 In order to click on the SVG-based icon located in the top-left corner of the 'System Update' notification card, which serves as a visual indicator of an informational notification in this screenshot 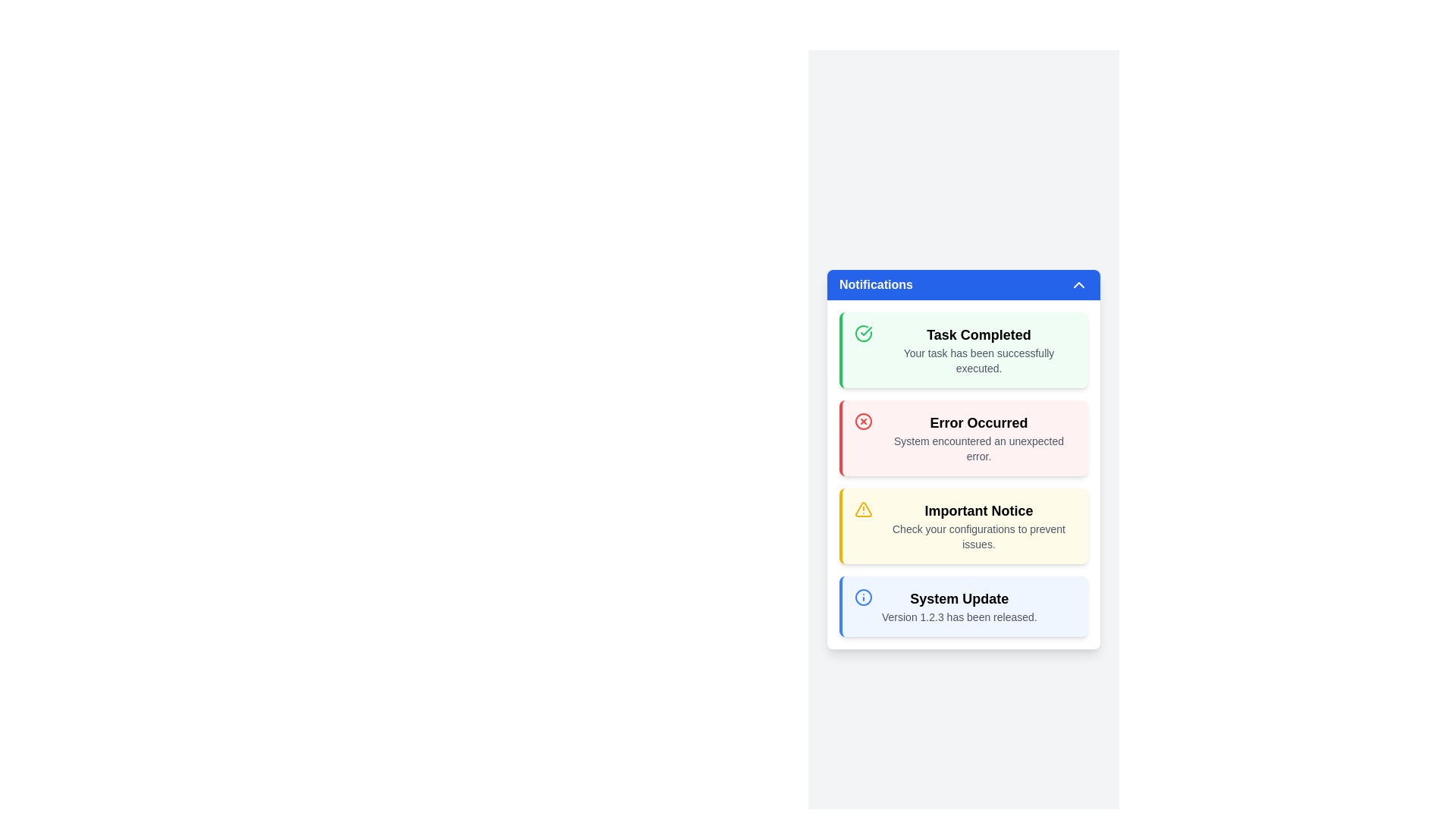, I will do `click(863, 596)`.